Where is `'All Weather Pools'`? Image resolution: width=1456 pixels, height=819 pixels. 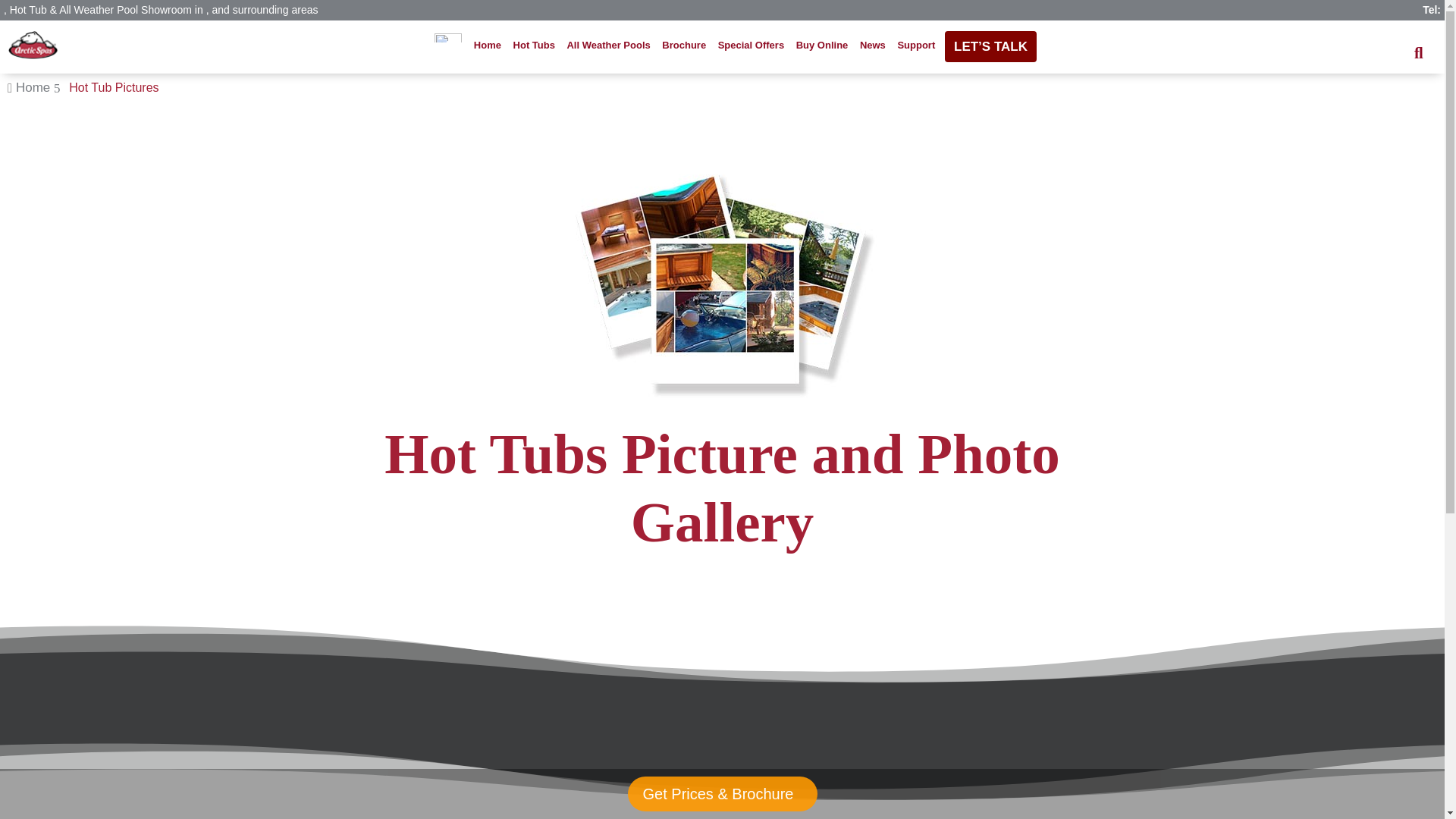 'All Weather Pools' is located at coordinates (608, 44).